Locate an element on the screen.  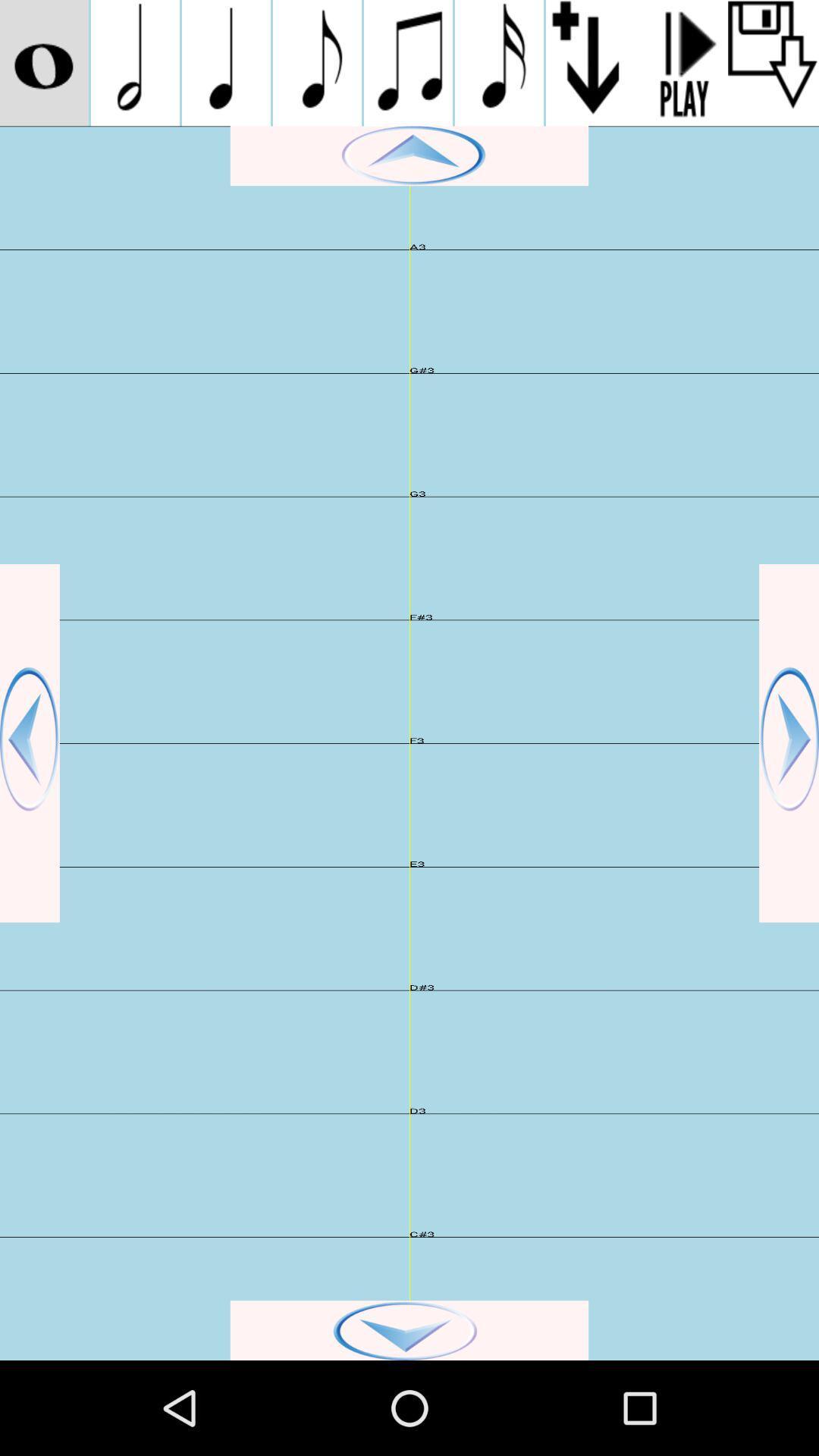
wholenote is located at coordinates (43, 62).